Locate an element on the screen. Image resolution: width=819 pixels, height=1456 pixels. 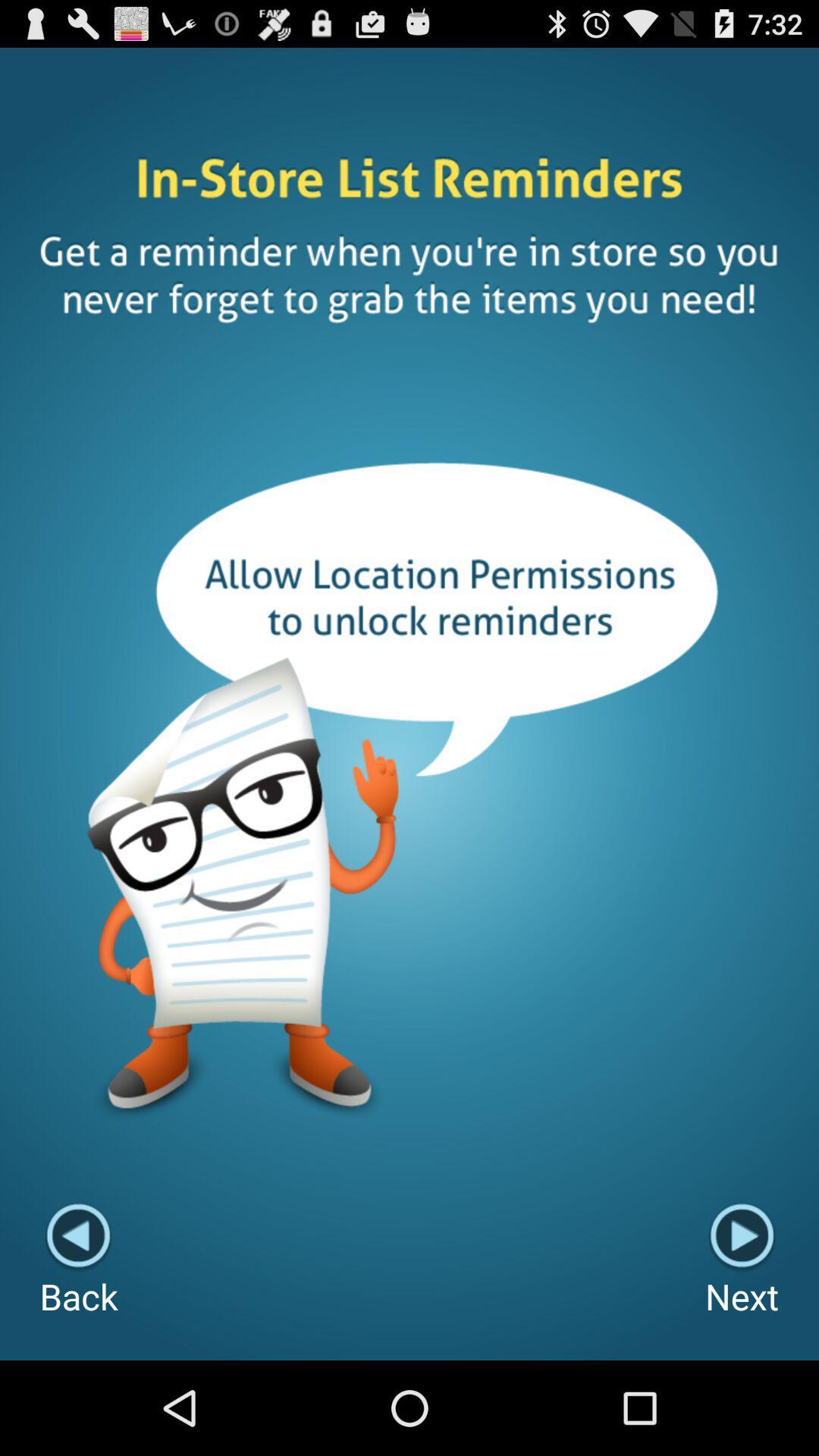
item at the bottom left corner is located at coordinates (79, 1261).